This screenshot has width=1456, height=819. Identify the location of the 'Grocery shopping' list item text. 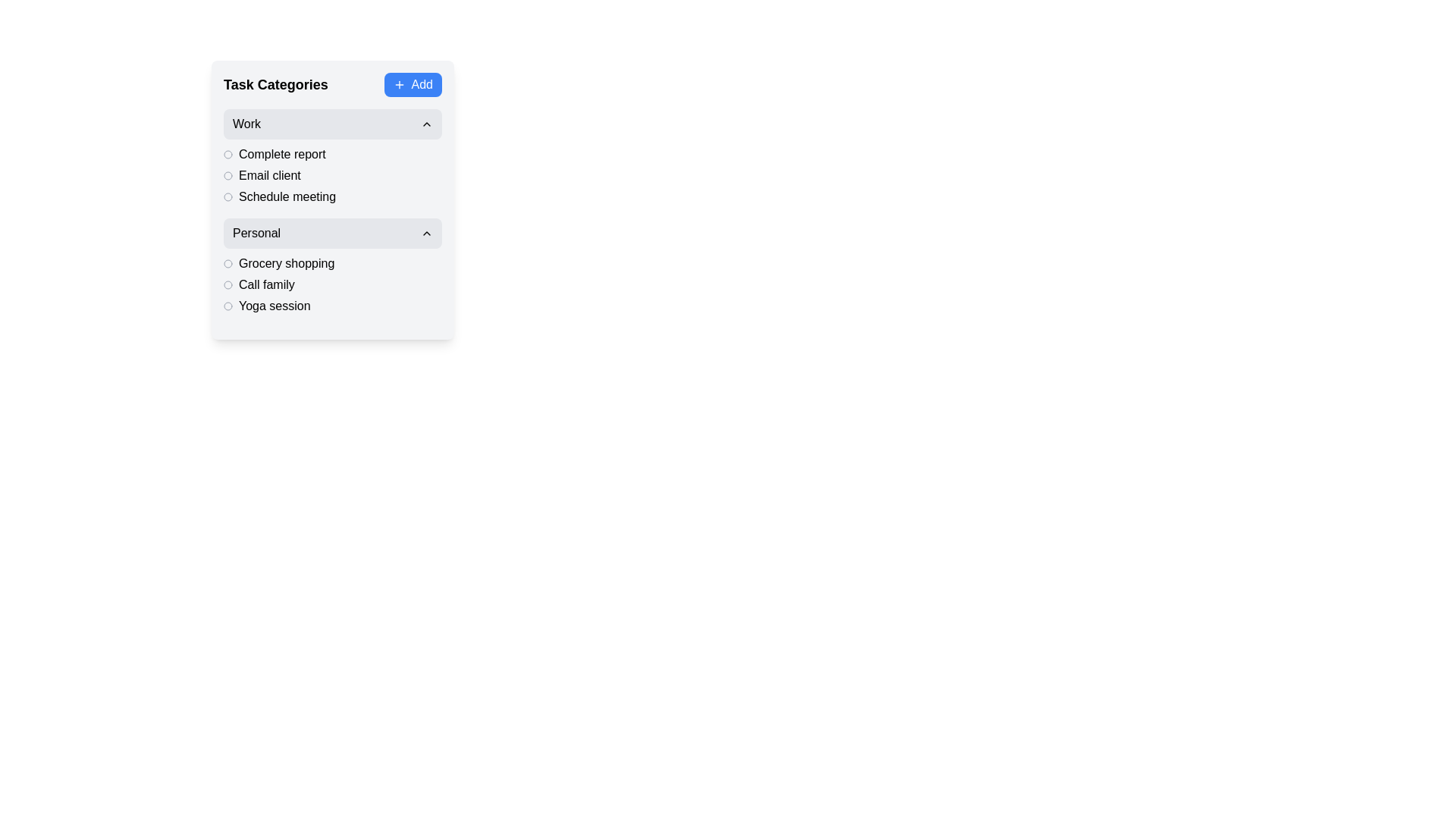
(331, 262).